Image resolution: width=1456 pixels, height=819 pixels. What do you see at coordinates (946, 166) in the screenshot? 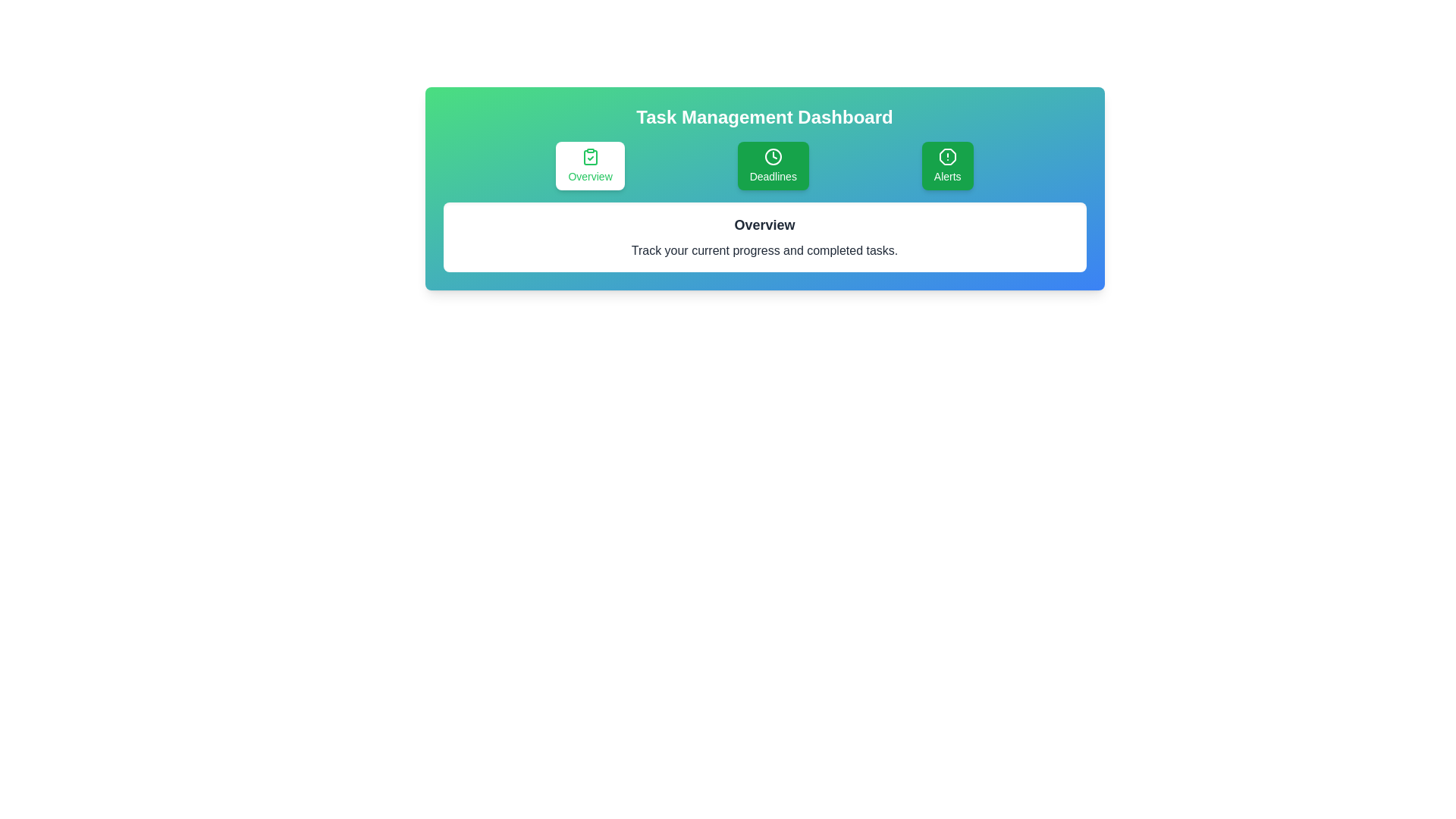
I see `the Alerts tab by clicking on it` at bounding box center [946, 166].